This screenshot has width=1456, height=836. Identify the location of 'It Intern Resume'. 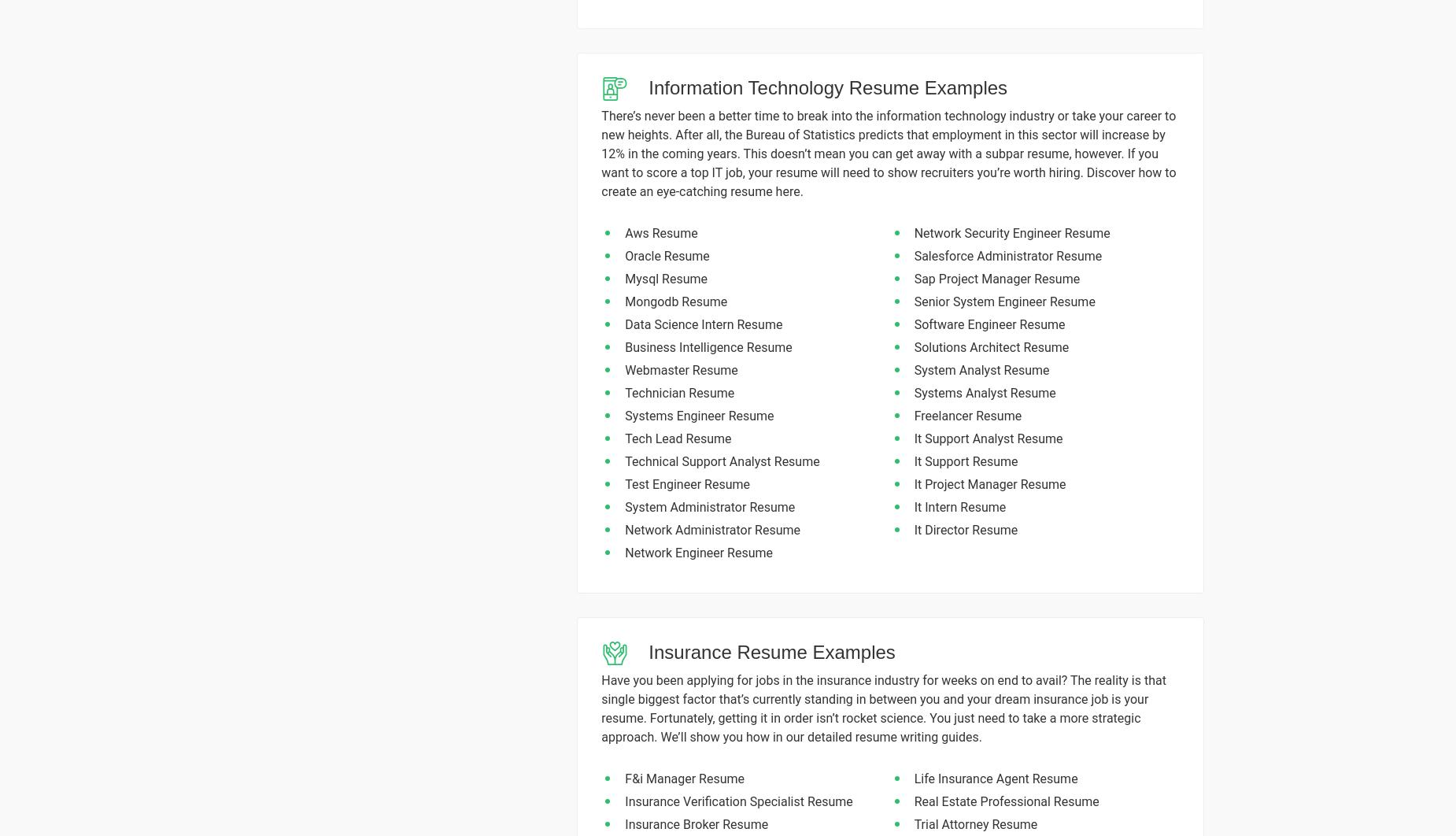
(913, 507).